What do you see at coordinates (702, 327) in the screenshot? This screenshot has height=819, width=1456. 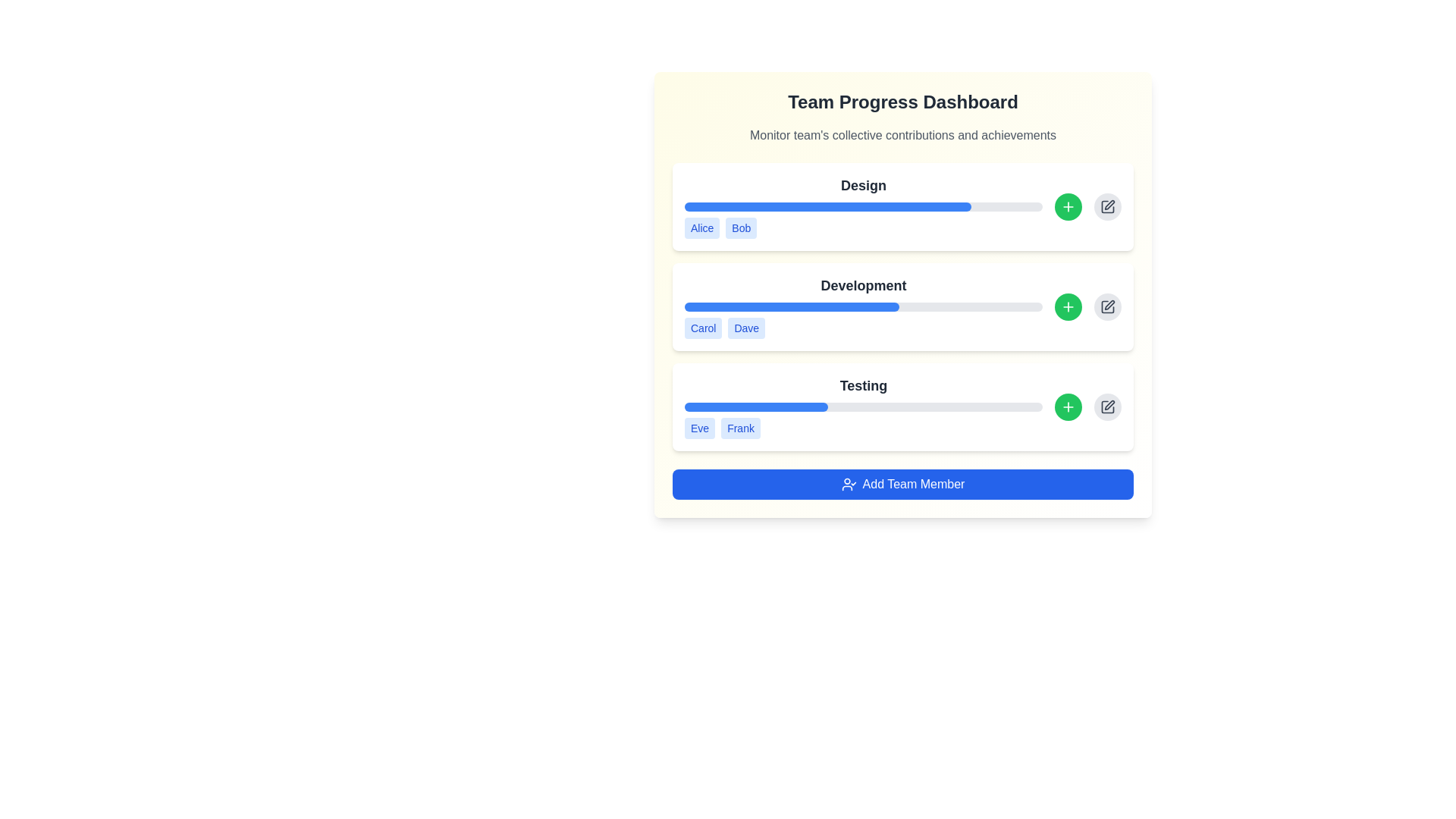 I see `the badge representing a team member in the 'Development' section, positioned to the left of the badge labeled 'Dave'` at bounding box center [702, 327].